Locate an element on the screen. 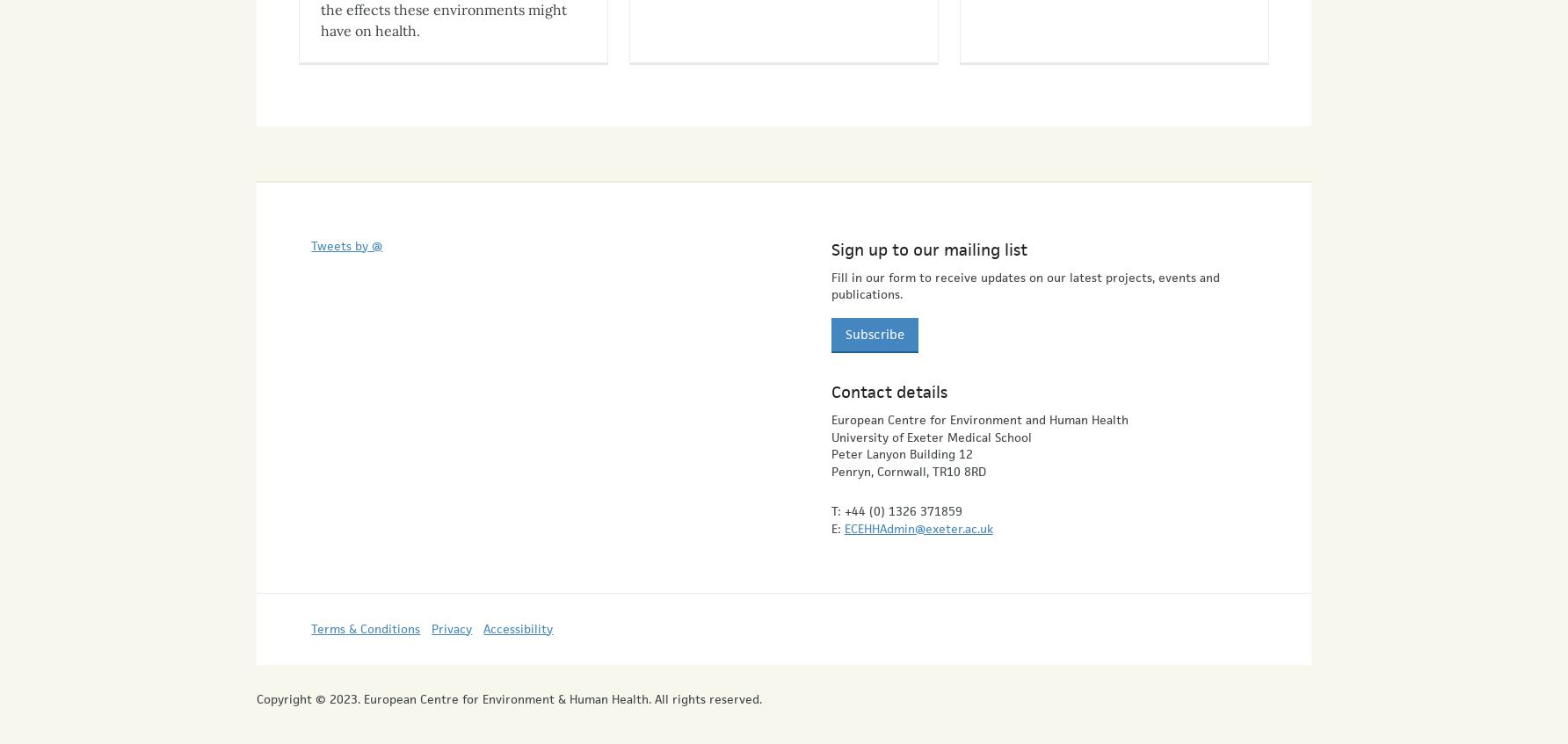 Image resolution: width=1568 pixels, height=744 pixels. 'ECEHHAdmin@exeter.ac.uk' is located at coordinates (917, 511).